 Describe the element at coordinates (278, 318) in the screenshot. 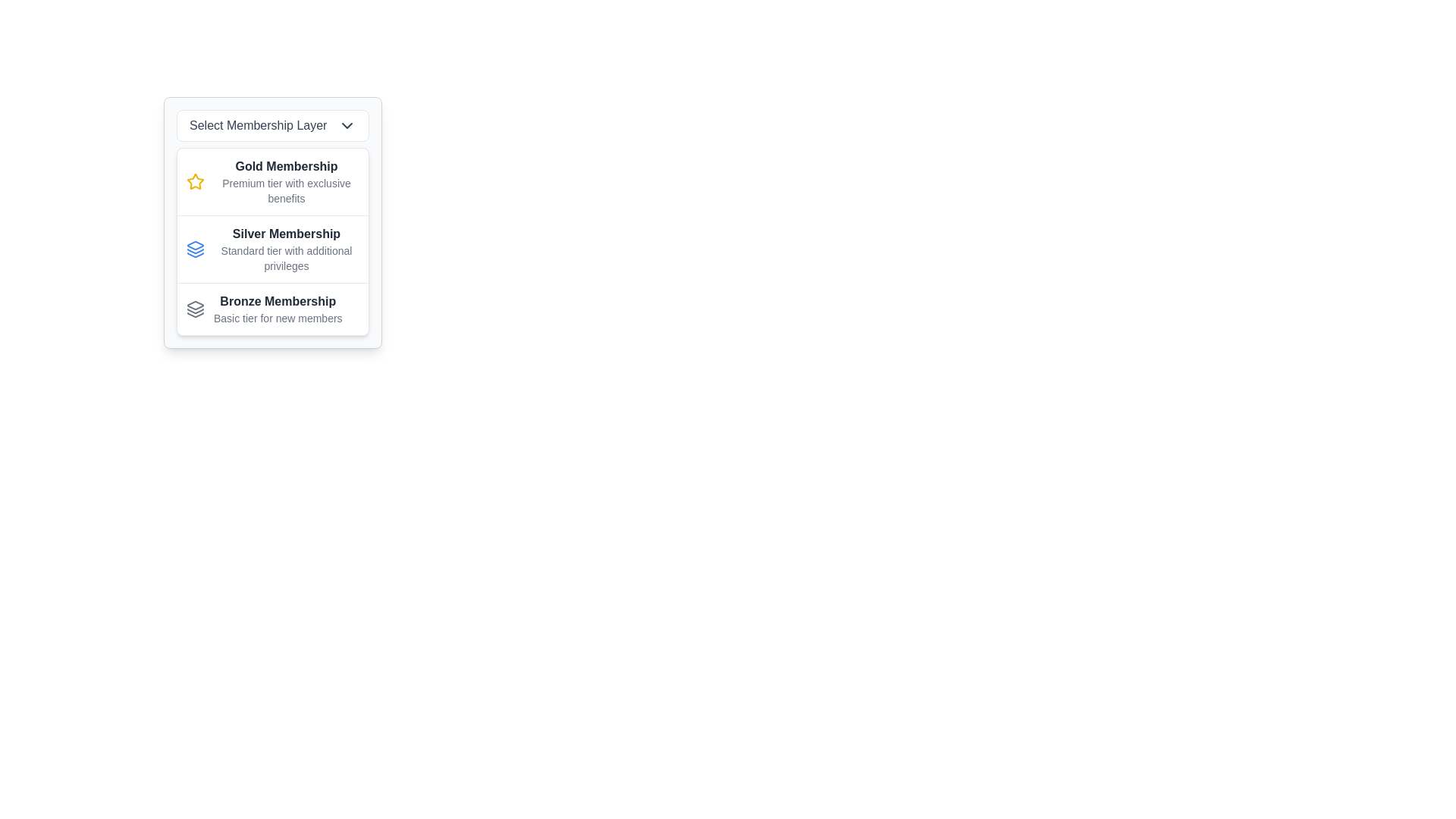

I see `the text element styled in small gray font that reads 'Basic tier for new members,' located below the title 'Bronze Membership' in the membership options menu` at that location.